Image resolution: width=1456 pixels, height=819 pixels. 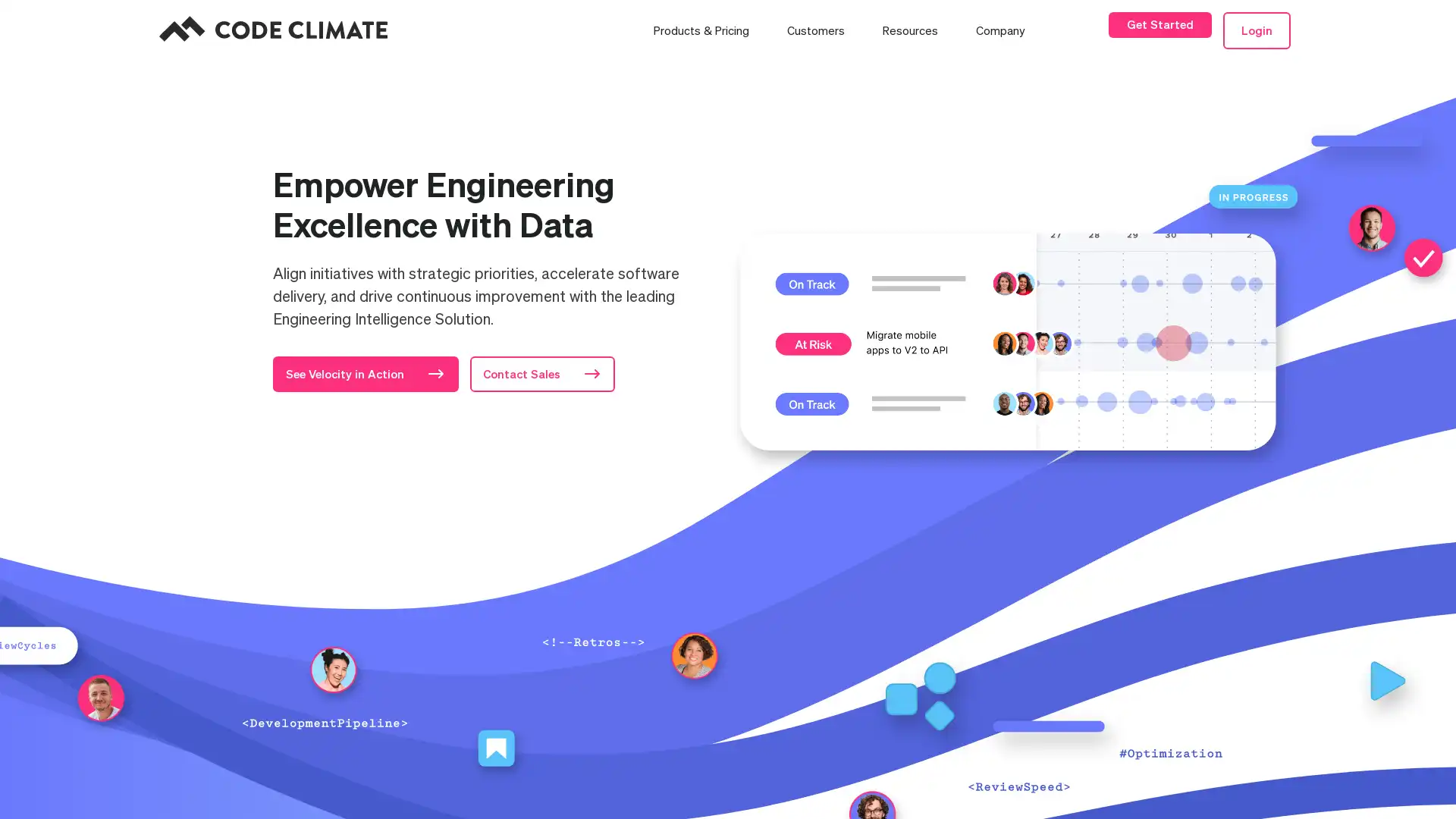 I want to click on Open Intercom Messenger, so click(x=1401, y=780).